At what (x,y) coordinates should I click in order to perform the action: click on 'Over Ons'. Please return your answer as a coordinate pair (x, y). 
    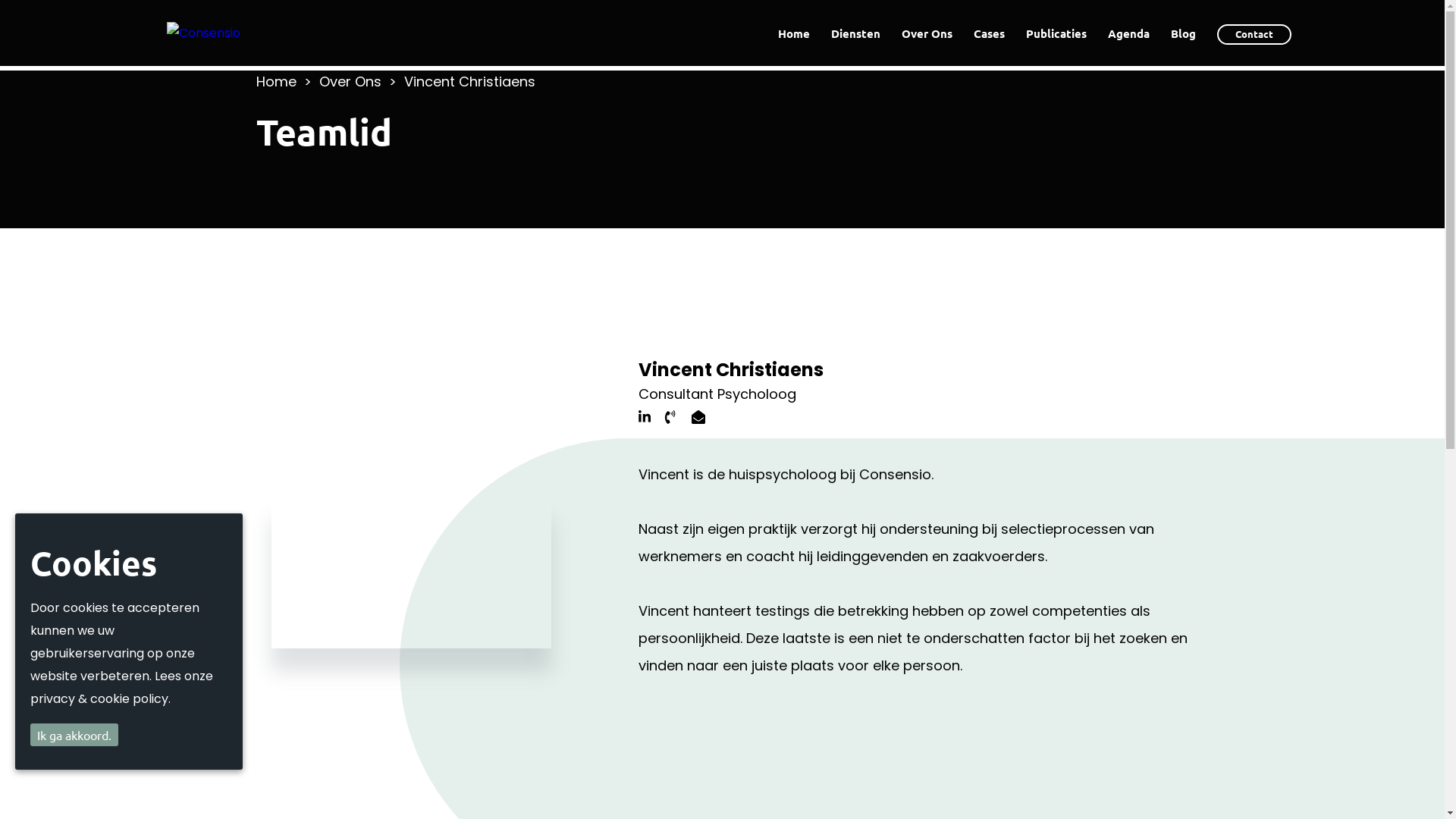
    Looking at the image, I should click on (926, 32).